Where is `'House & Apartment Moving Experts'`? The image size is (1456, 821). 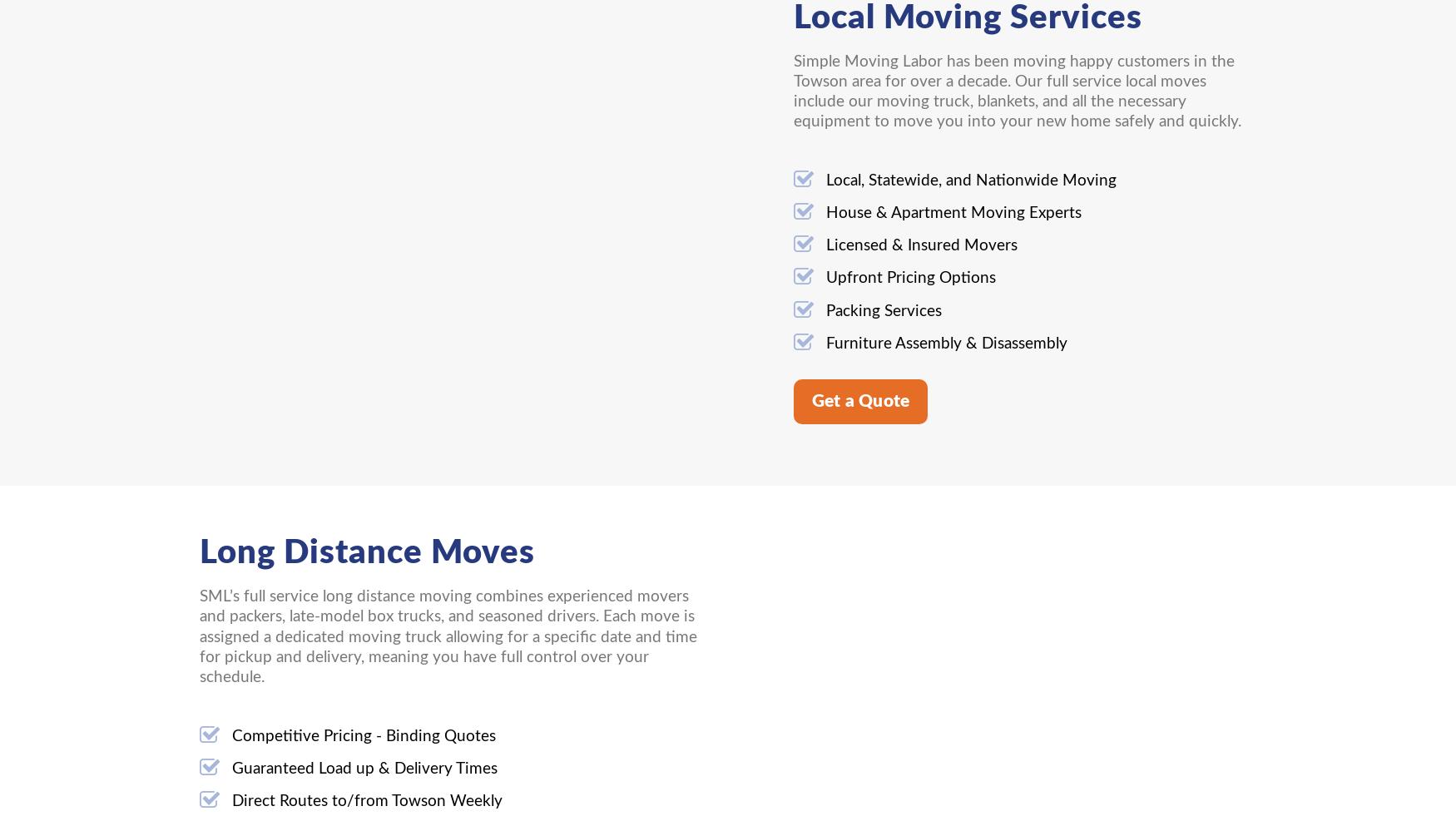 'House & Apartment Moving Experts' is located at coordinates (950, 213).